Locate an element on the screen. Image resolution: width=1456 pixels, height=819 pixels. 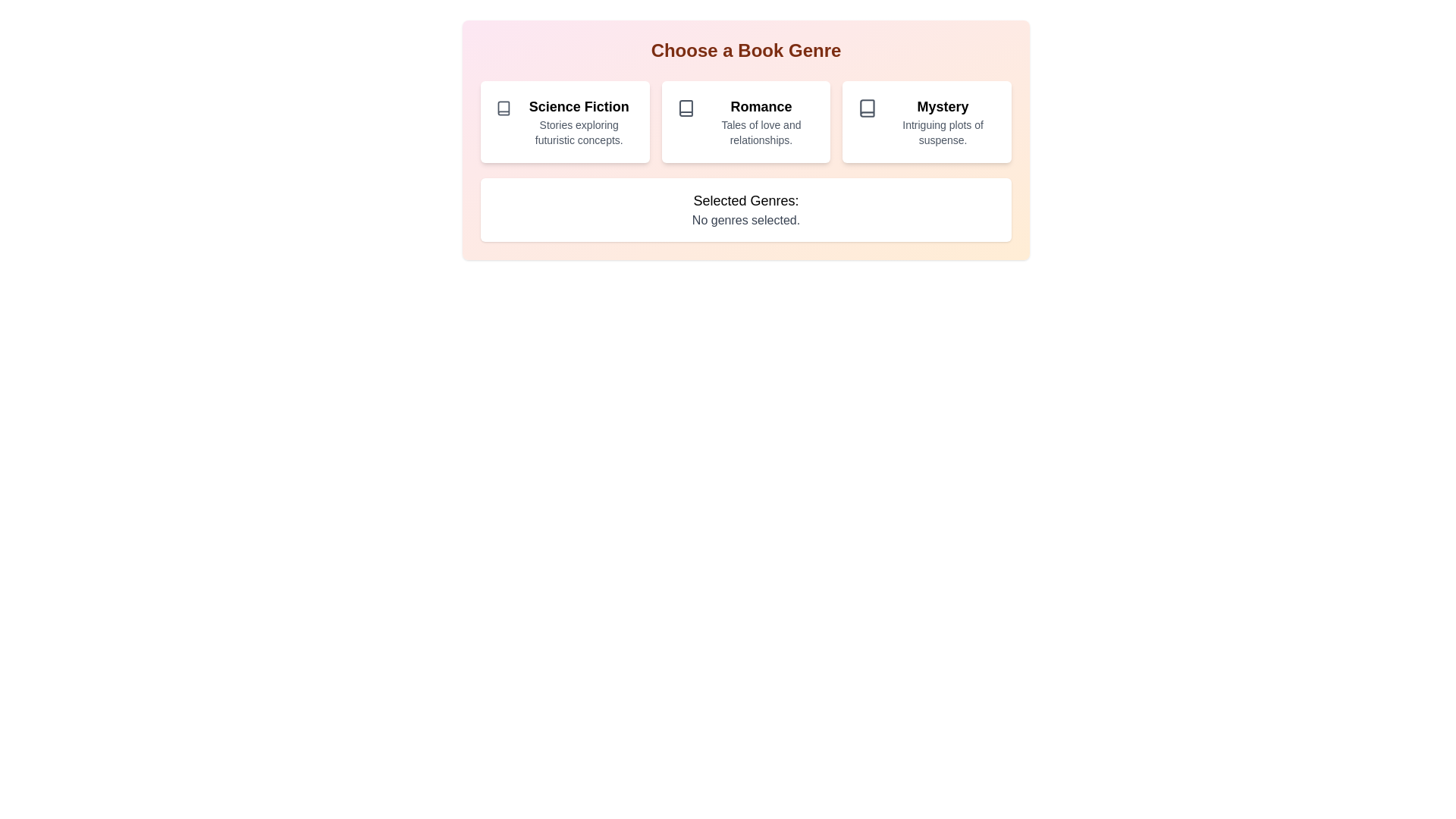
the 'Science Fiction' text element, which is the first of three horizontally aligned options in a grid, styled in bold large font above a smaller muted gray description is located at coordinates (578, 121).